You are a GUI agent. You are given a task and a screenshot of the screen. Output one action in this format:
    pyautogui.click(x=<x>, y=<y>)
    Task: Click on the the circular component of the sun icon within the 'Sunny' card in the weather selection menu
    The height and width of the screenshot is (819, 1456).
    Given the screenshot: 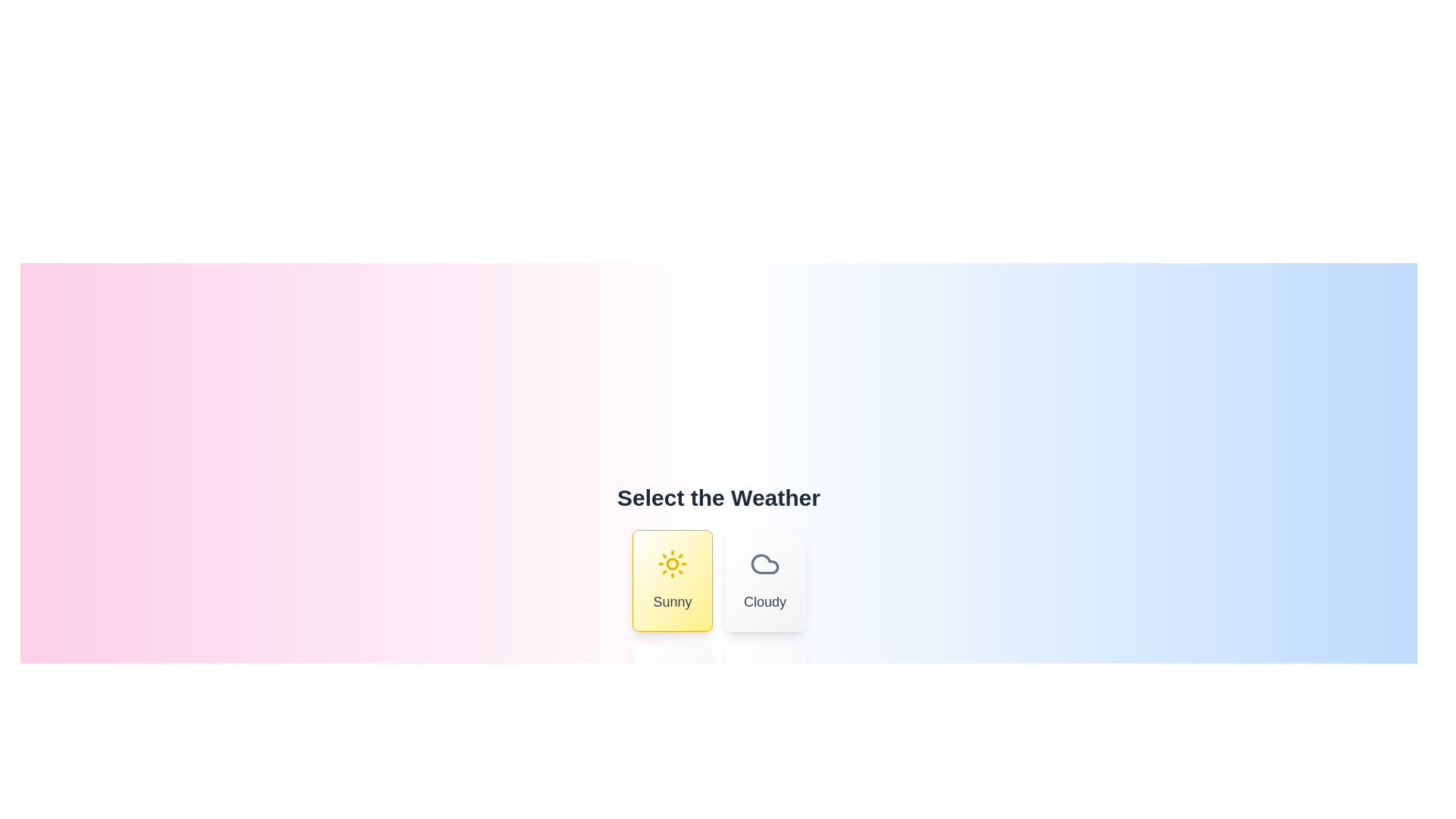 What is the action you would take?
    pyautogui.click(x=672, y=564)
    